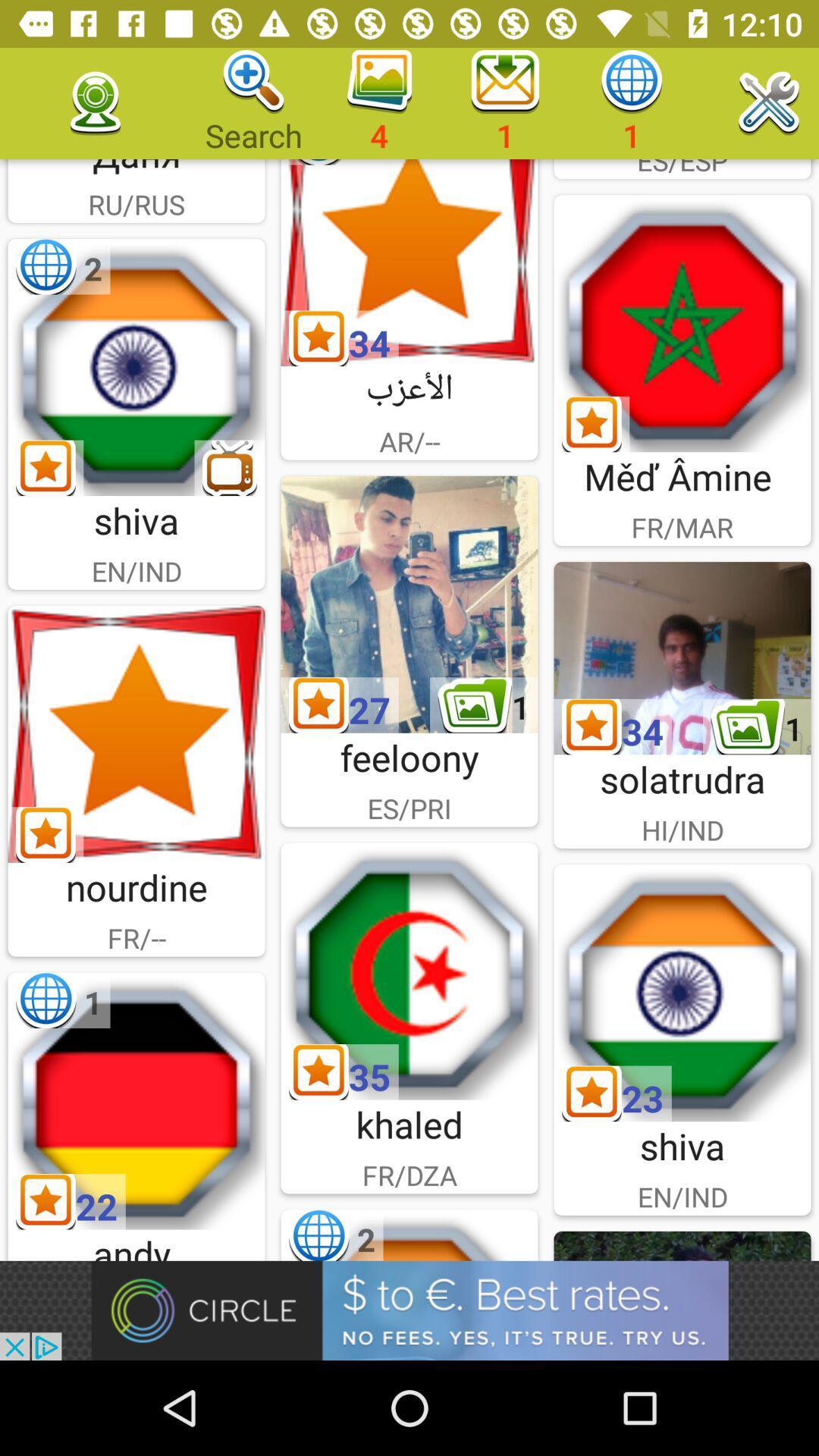 The image size is (819, 1456). What do you see at coordinates (409, 1310) in the screenshot?
I see `convert from dollars to euros with no fees` at bounding box center [409, 1310].